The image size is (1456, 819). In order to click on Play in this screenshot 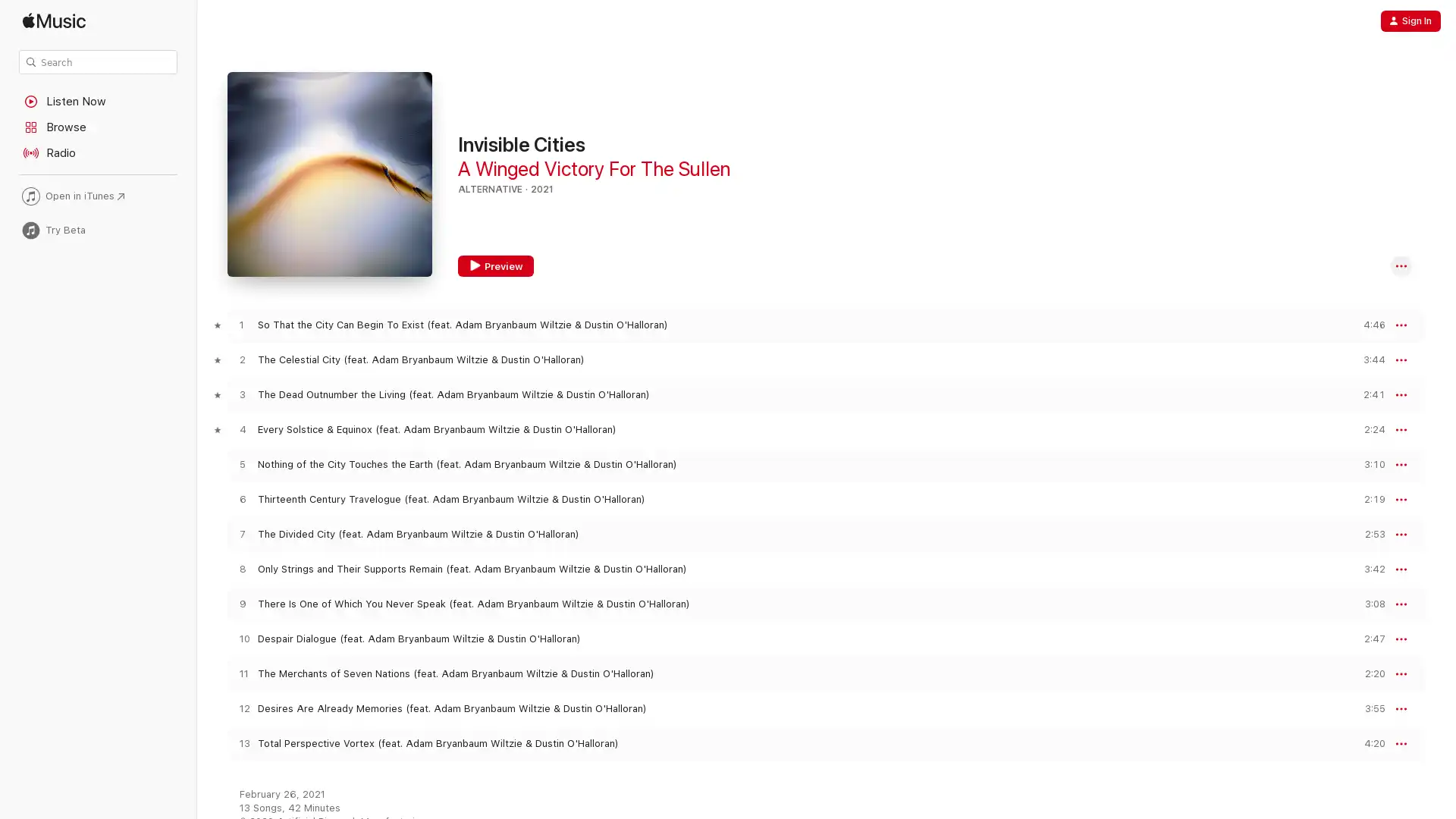, I will do `click(241, 742)`.